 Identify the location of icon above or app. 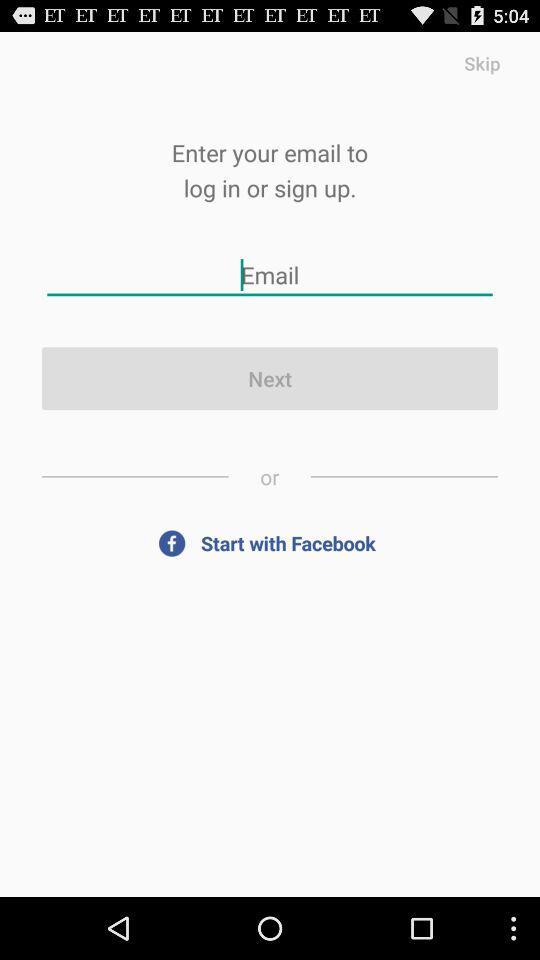
(270, 377).